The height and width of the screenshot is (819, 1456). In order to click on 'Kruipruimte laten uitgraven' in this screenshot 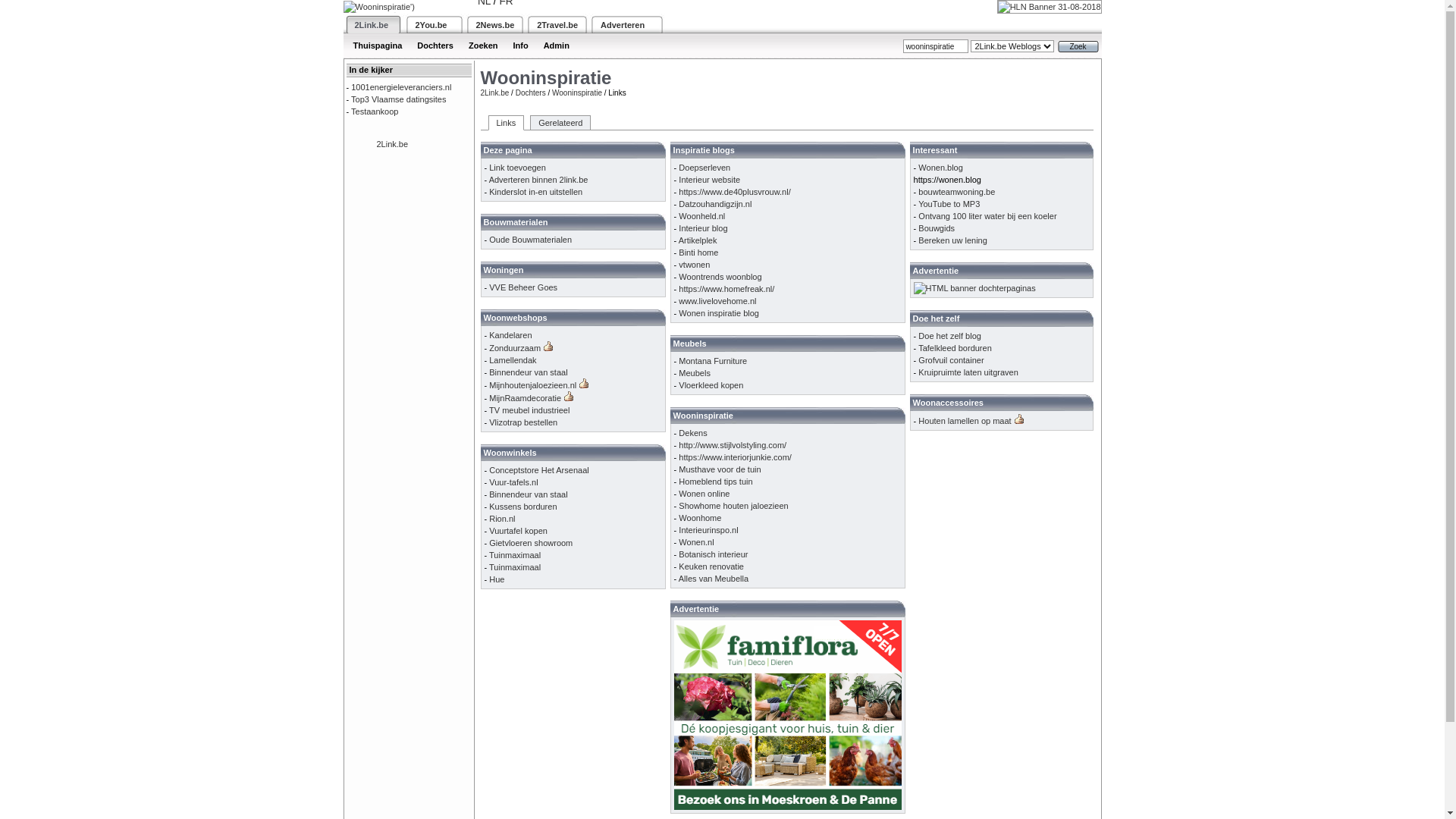, I will do `click(967, 372)`.